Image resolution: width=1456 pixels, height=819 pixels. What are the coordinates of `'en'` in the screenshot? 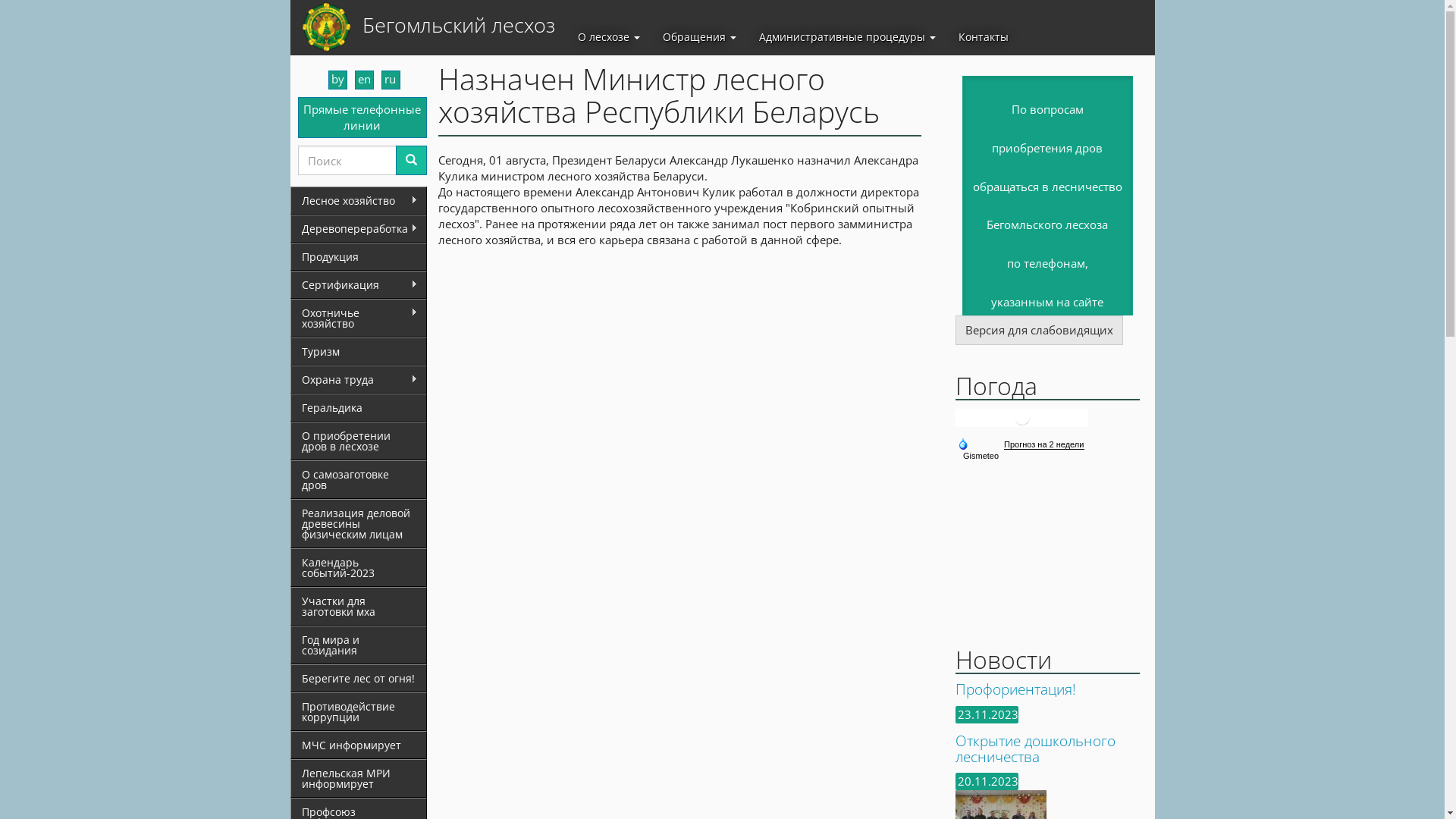 It's located at (364, 79).